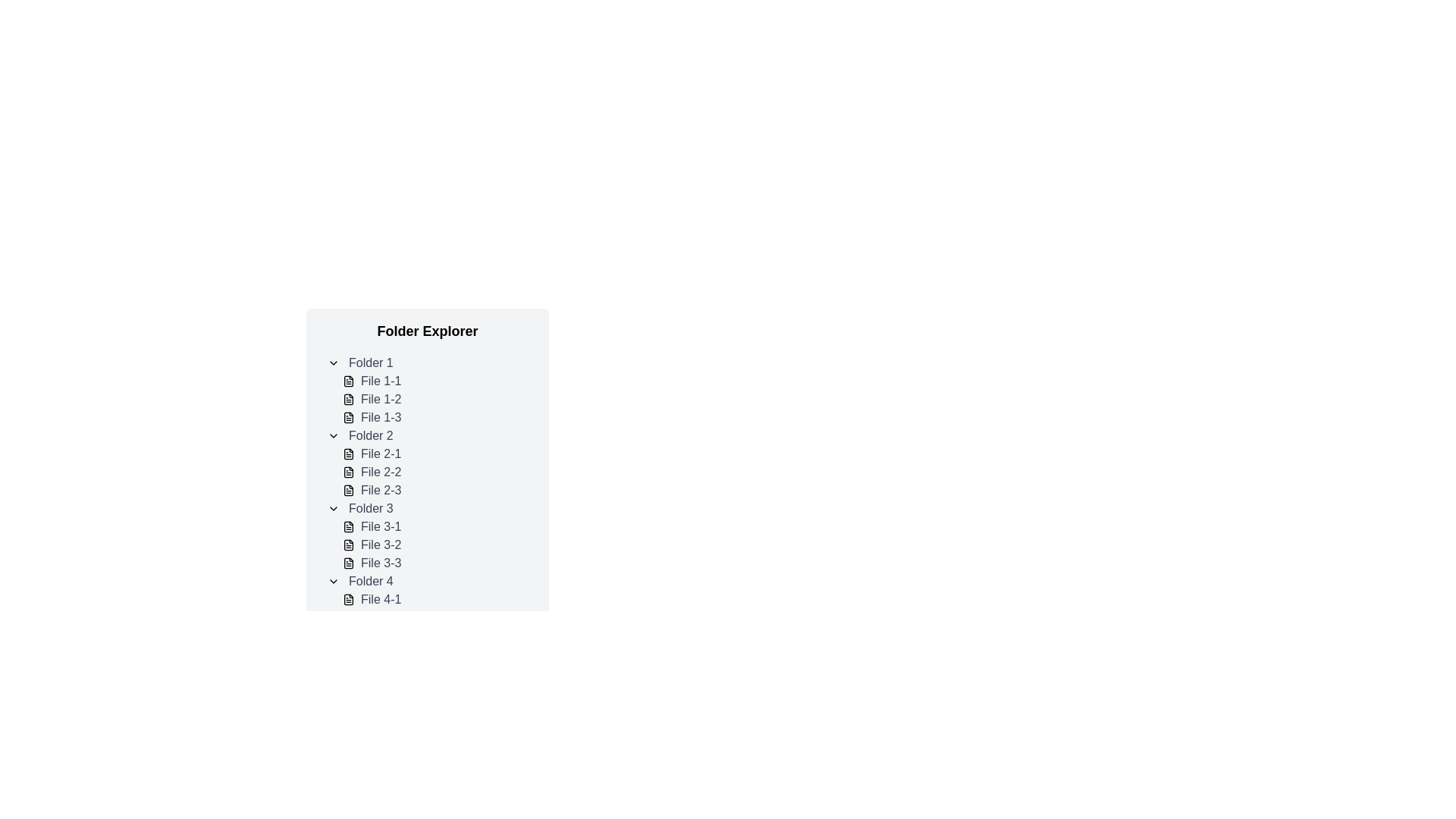 This screenshot has height=819, width=1456. I want to click on the text label displaying 'File 3-1', so click(381, 526).